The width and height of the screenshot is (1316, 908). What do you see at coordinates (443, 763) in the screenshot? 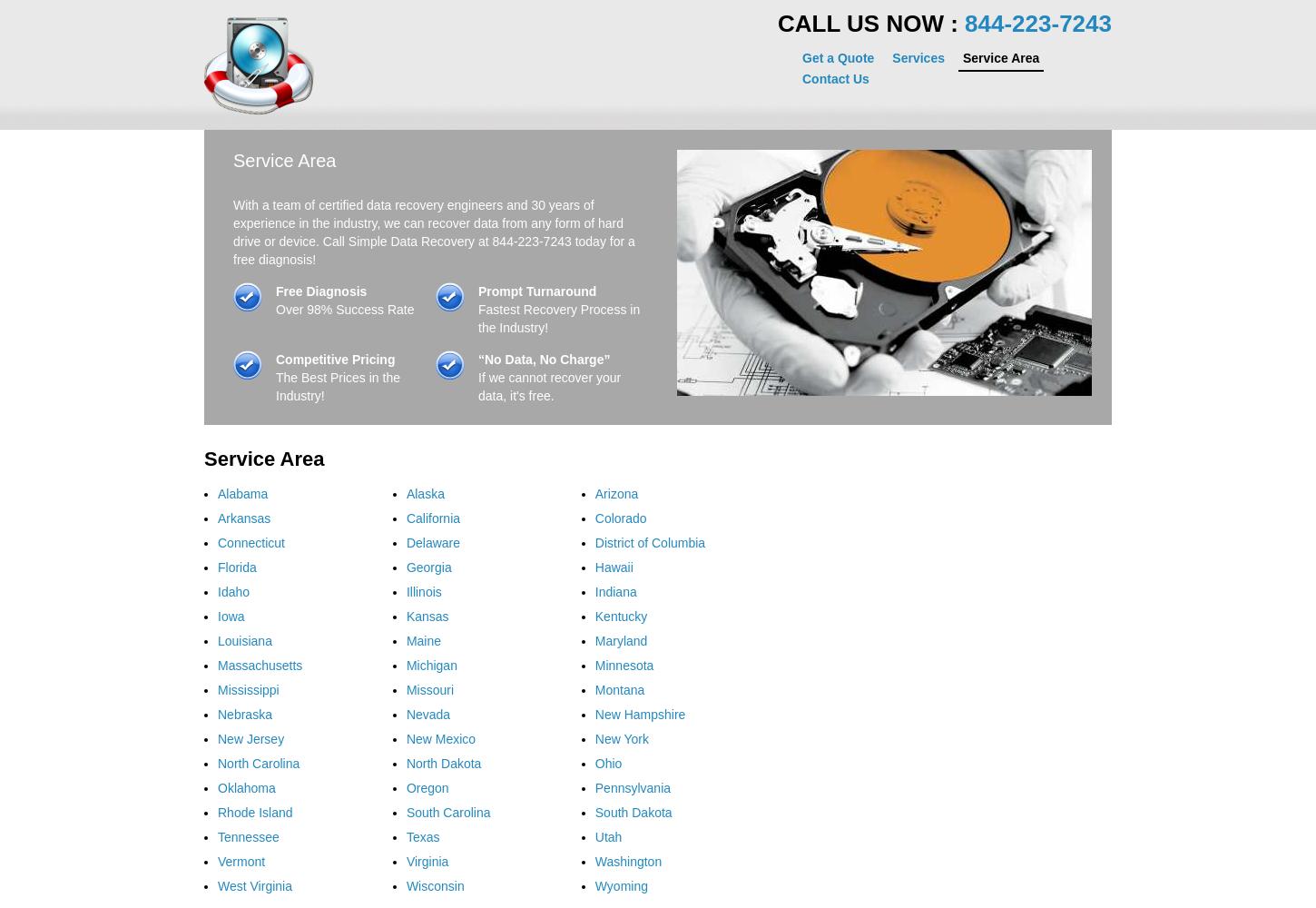
I see `'North Dakota'` at bounding box center [443, 763].